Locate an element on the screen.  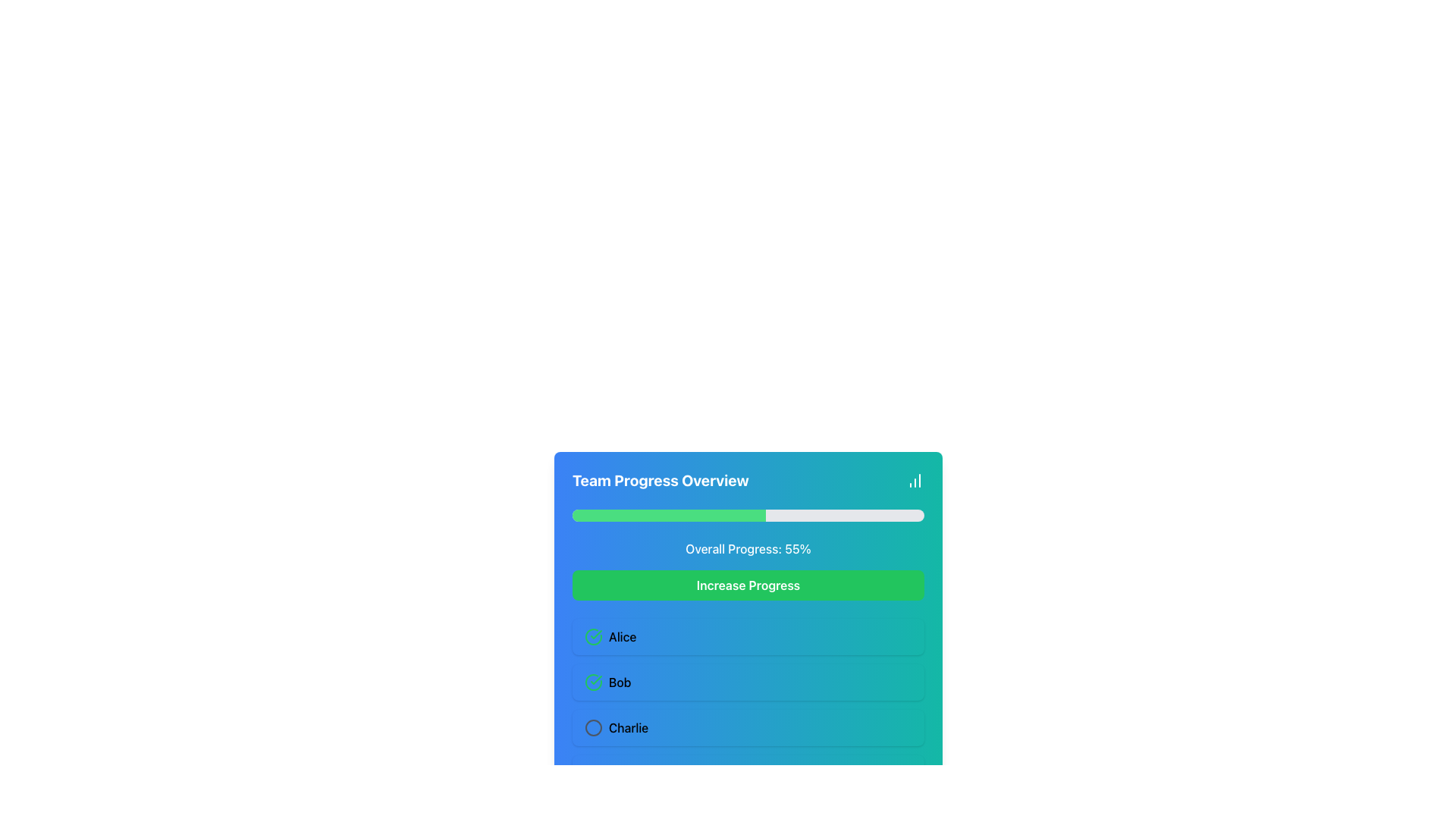
the status indicator circle next to user 'Charlie' is located at coordinates (592, 727).